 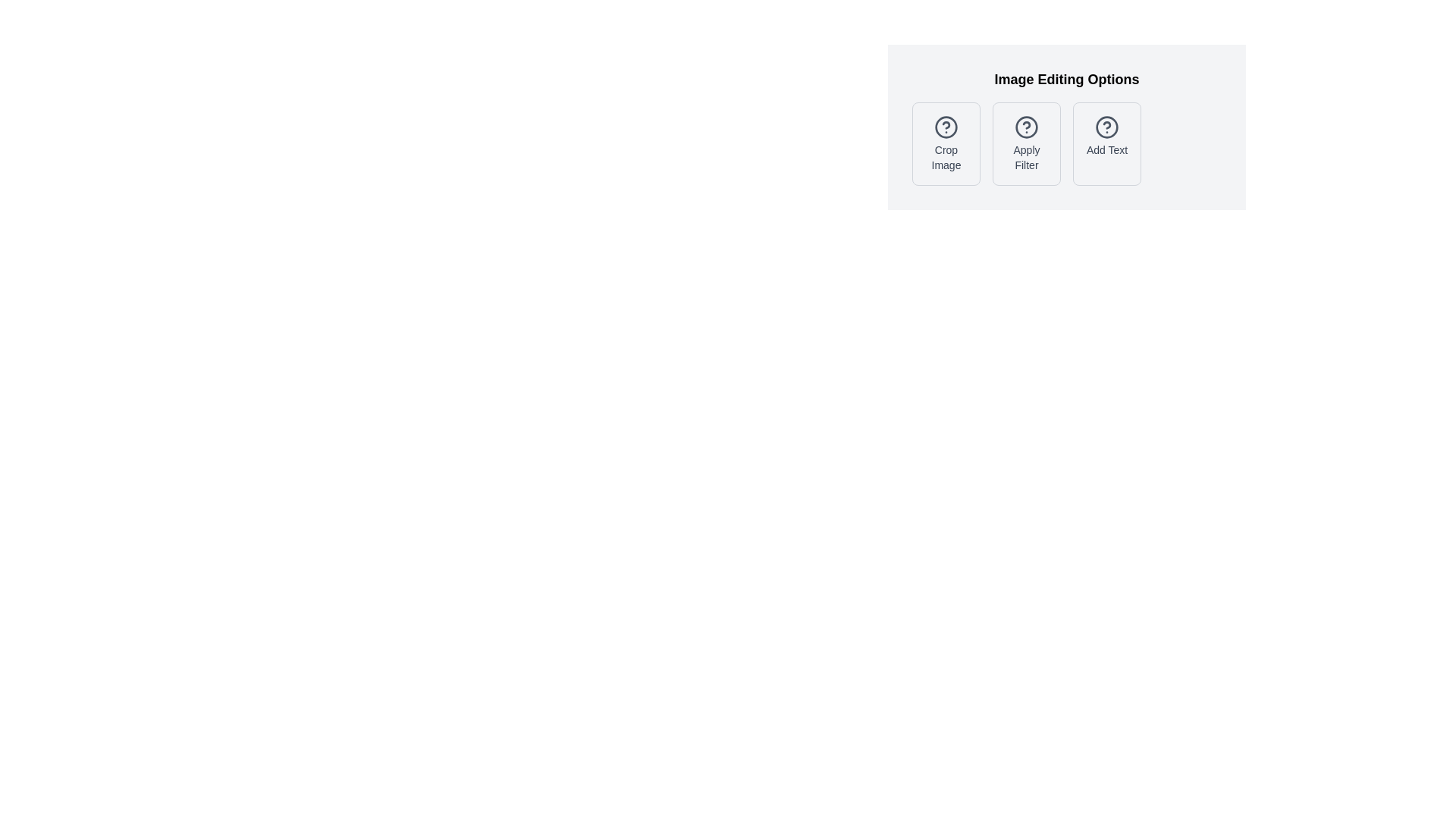 What do you see at coordinates (946, 143) in the screenshot?
I see `the 'Crop Image' button, which is a rectangular button with a question mark icon and the text 'Crop Image' underneath, located in the 'Image Editing Options' section as the leftmost button in a trio` at bounding box center [946, 143].